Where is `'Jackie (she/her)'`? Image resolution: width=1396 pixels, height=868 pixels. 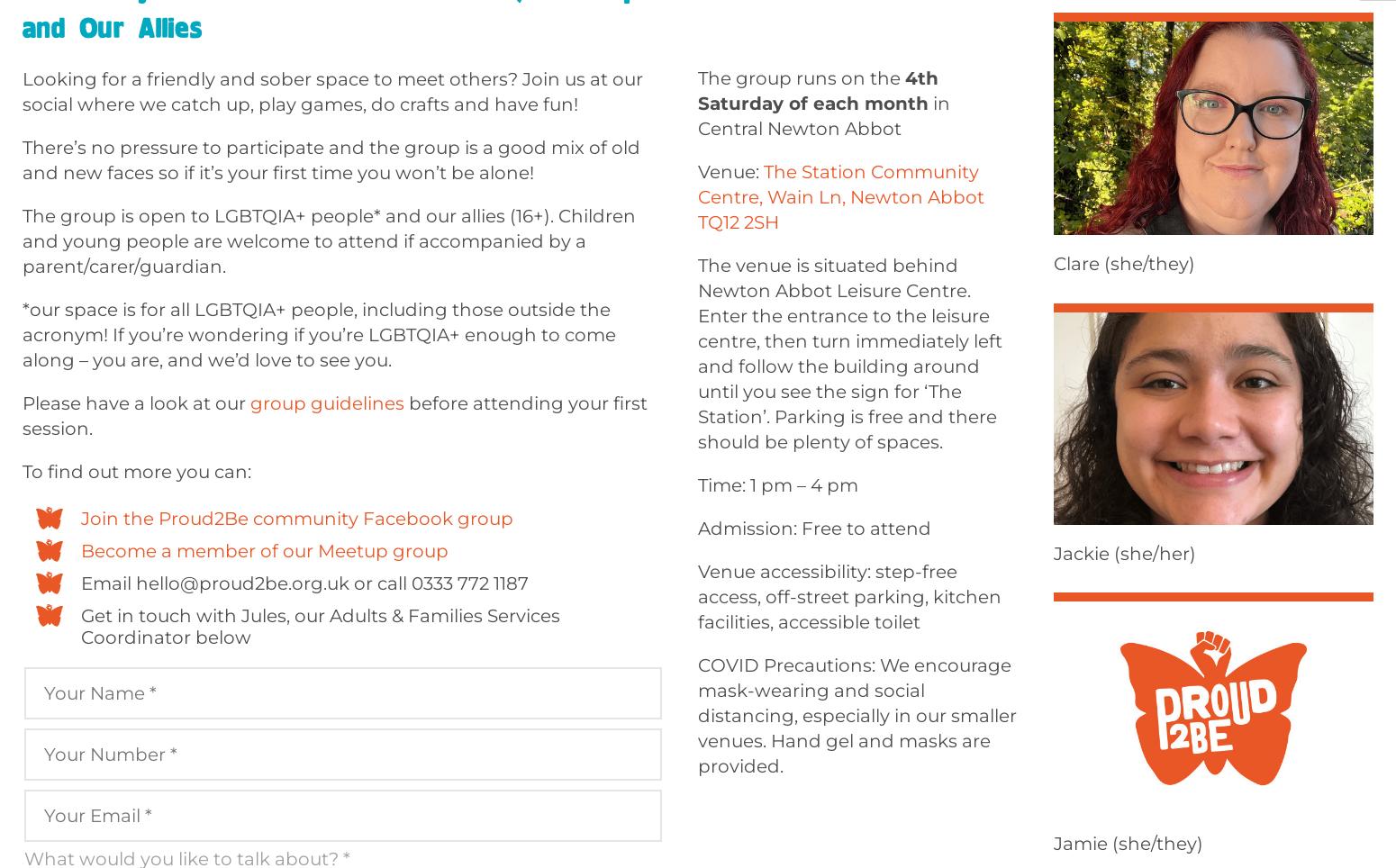 'Jackie (she/her)' is located at coordinates (1123, 554).